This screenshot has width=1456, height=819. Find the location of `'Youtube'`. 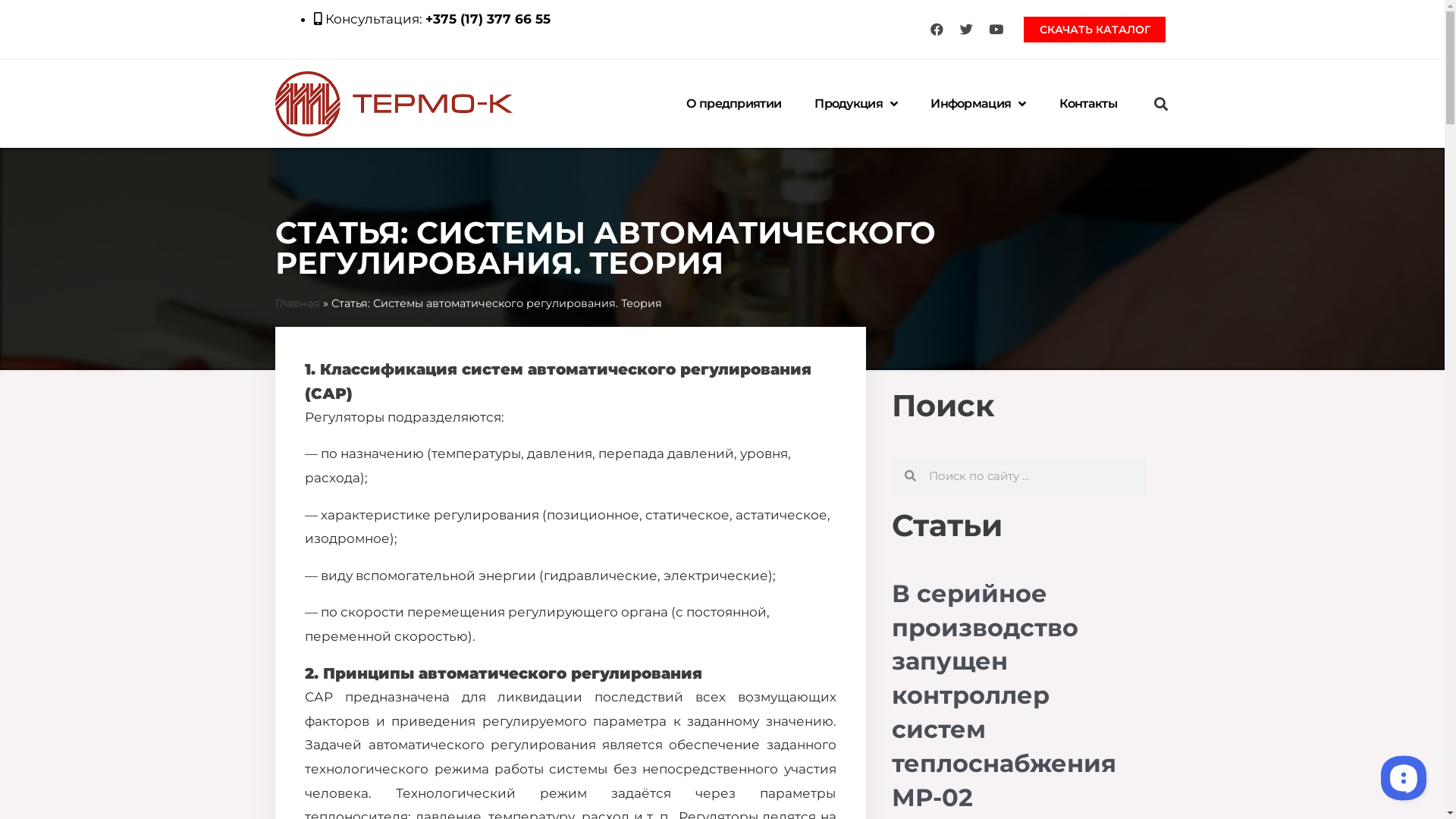

'Youtube' is located at coordinates (996, 29).